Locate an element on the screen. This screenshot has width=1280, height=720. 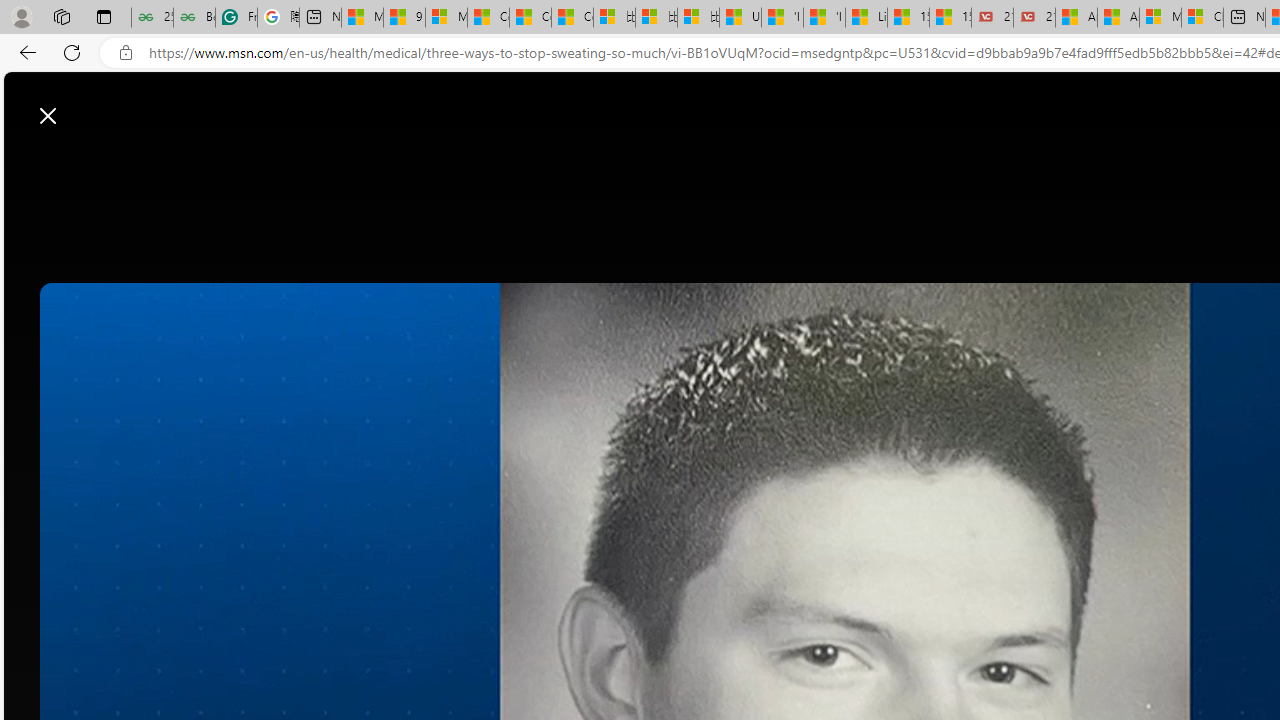
'Free AI Writing Assistance for Students | Grammarly' is located at coordinates (236, 17).